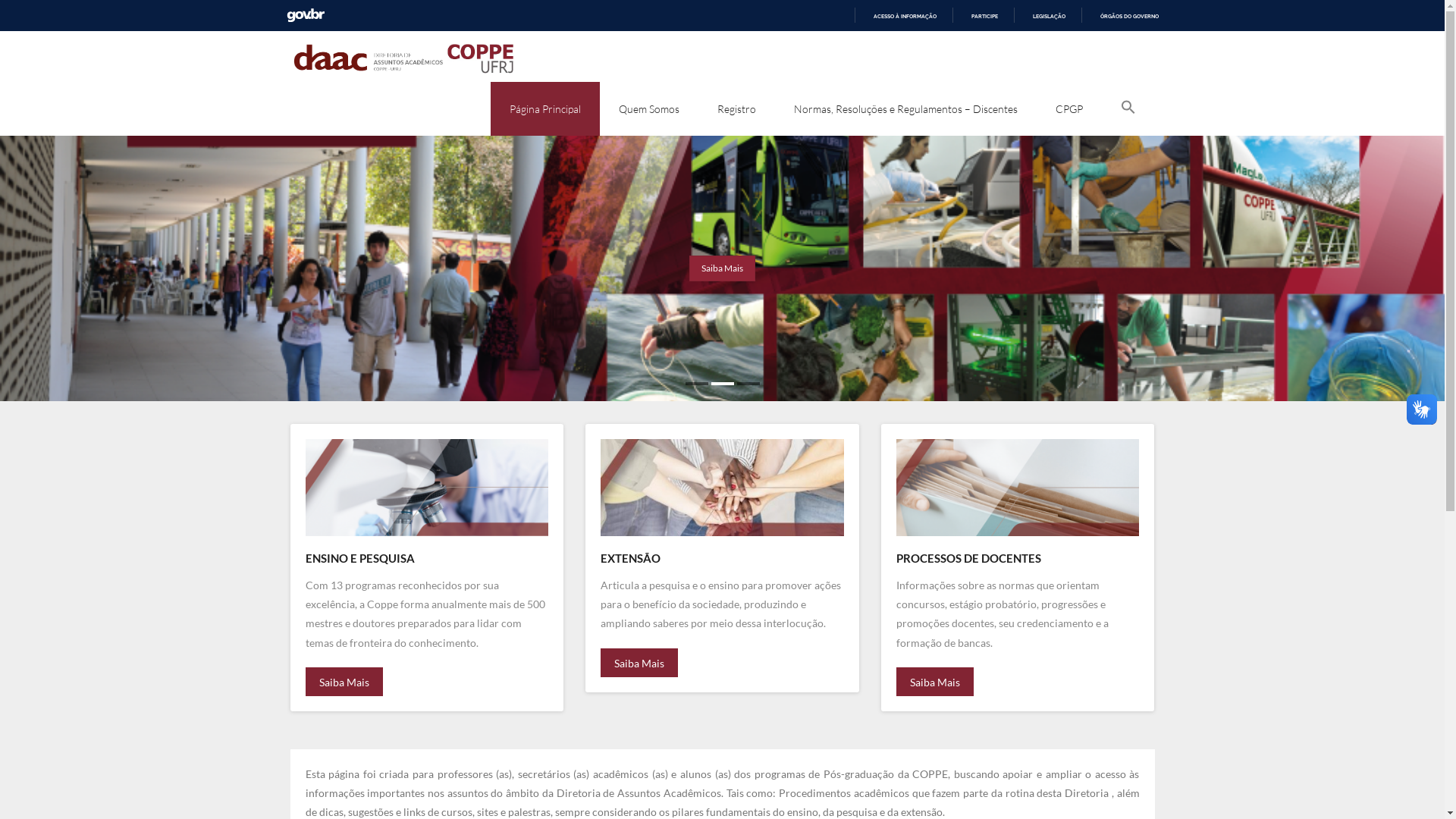 The width and height of the screenshot is (1456, 819). I want to click on 'GOVBR', so click(305, 14).